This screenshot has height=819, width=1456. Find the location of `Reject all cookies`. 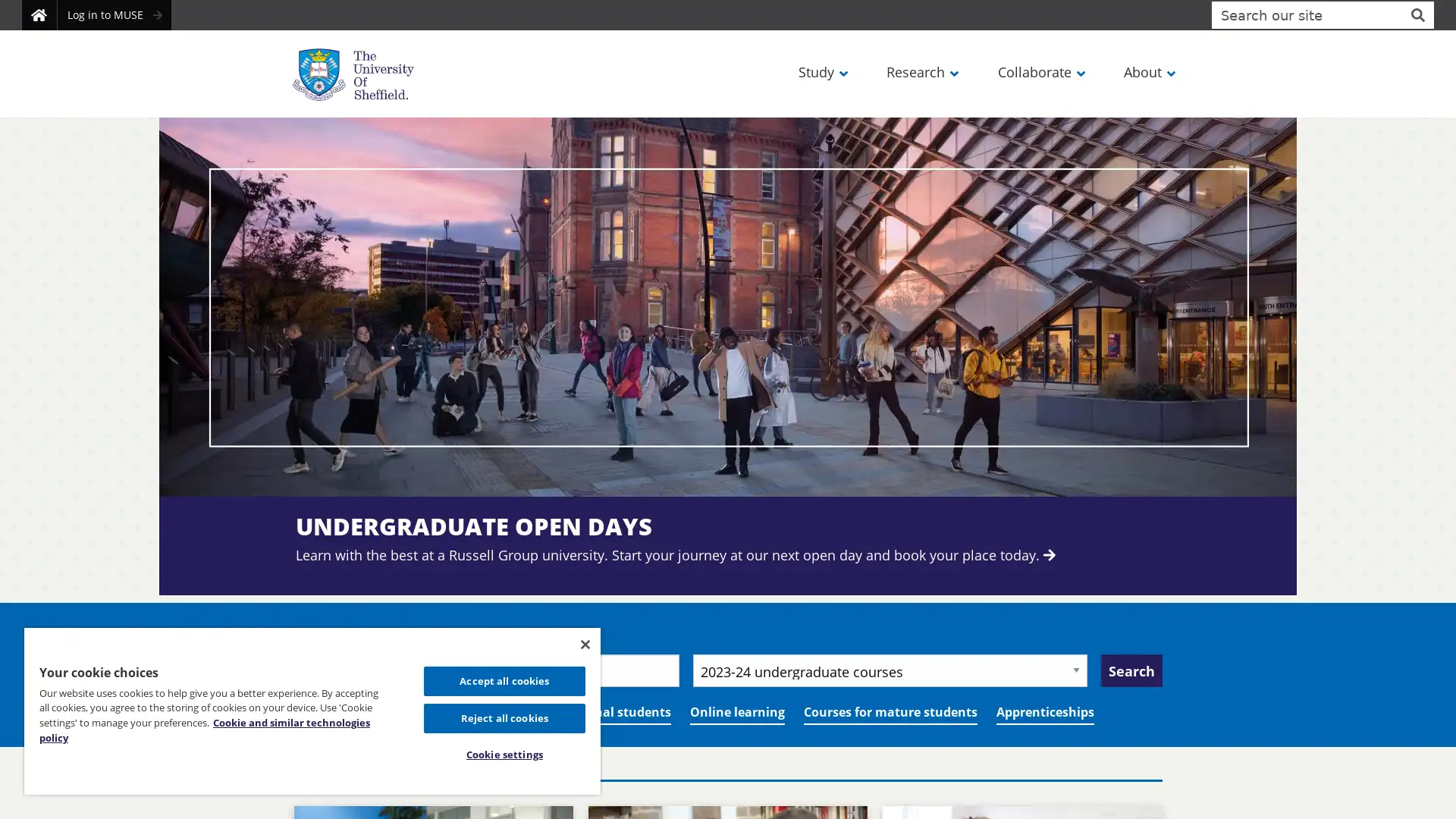

Reject all cookies is located at coordinates (504, 717).